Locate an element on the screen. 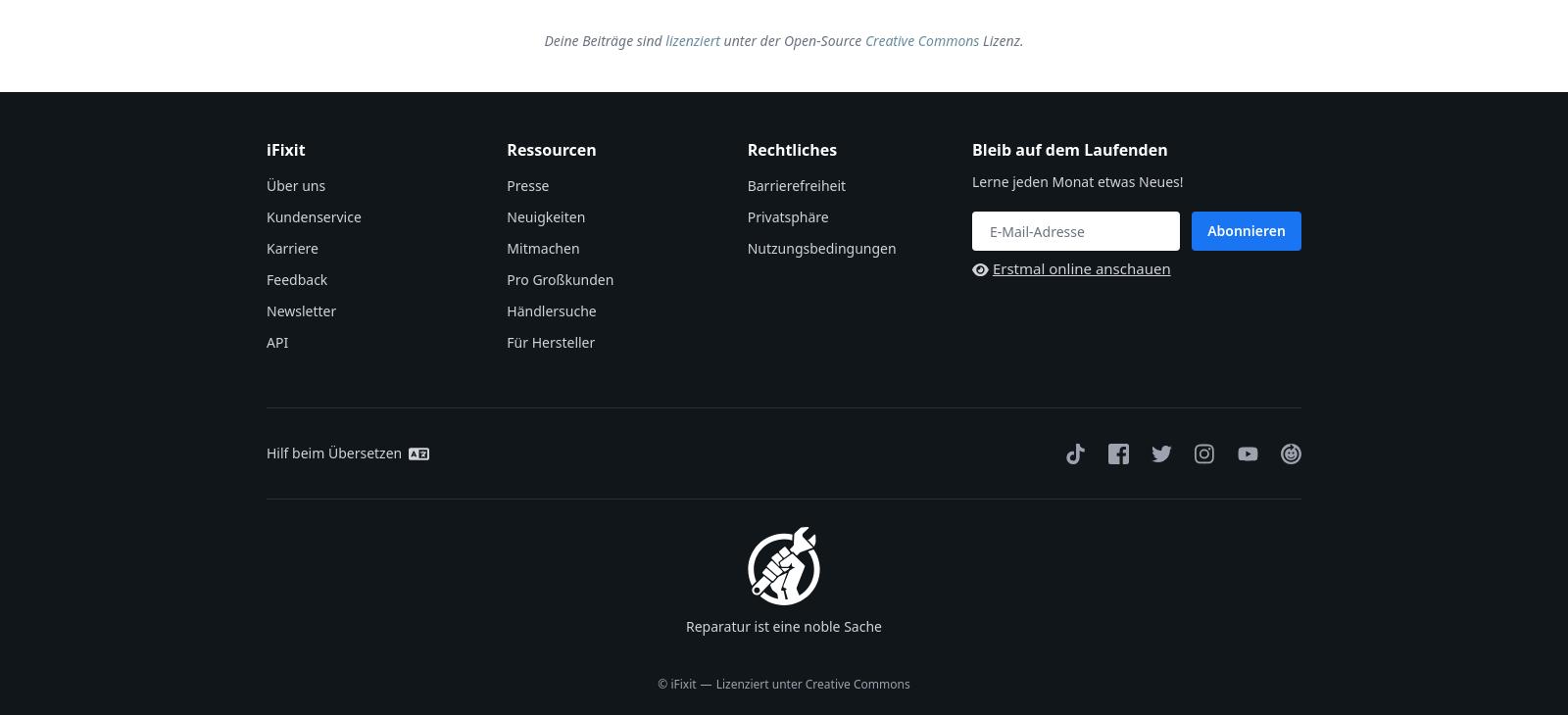 The height and width of the screenshot is (715, 1568). 'Mitmachen' is located at coordinates (542, 248).